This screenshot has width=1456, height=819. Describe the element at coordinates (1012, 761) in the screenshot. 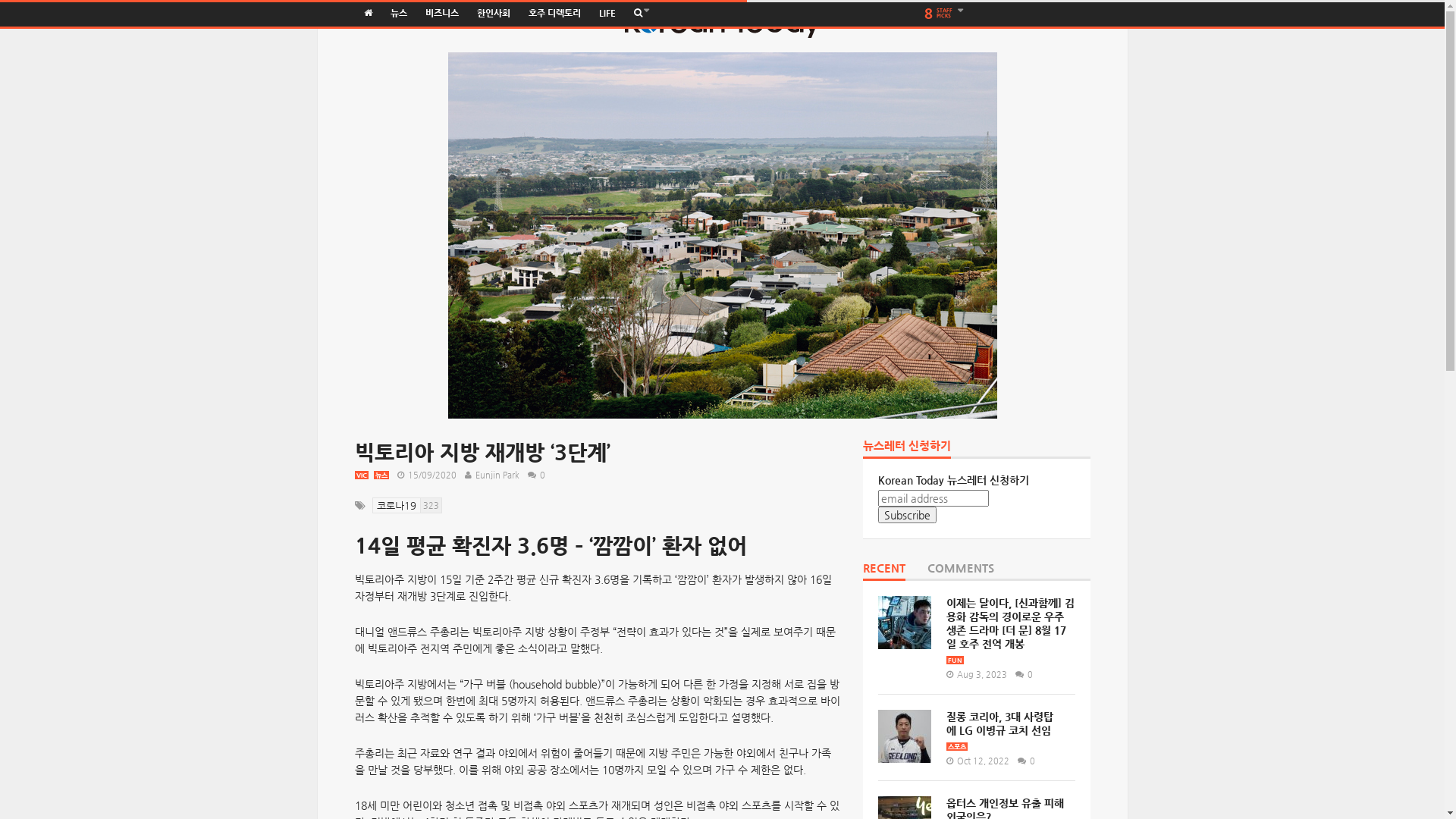

I see `'0'` at that location.